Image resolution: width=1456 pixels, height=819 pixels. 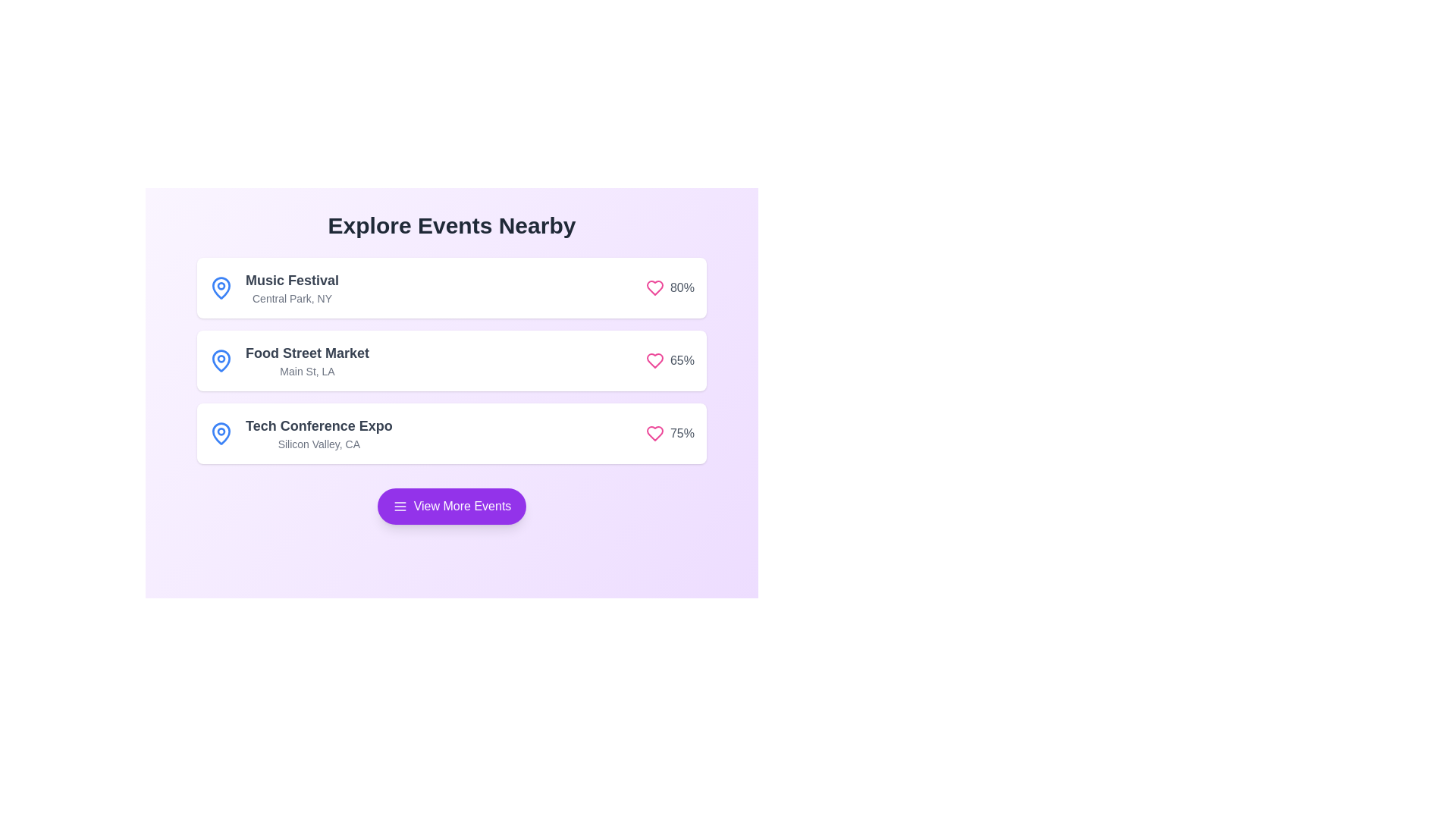 What do you see at coordinates (450, 433) in the screenshot?
I see `information displayed on the 'Tech Conference Expo' event card, which is the third card in the vertical list of event cards` at bounding box center [450, 433].